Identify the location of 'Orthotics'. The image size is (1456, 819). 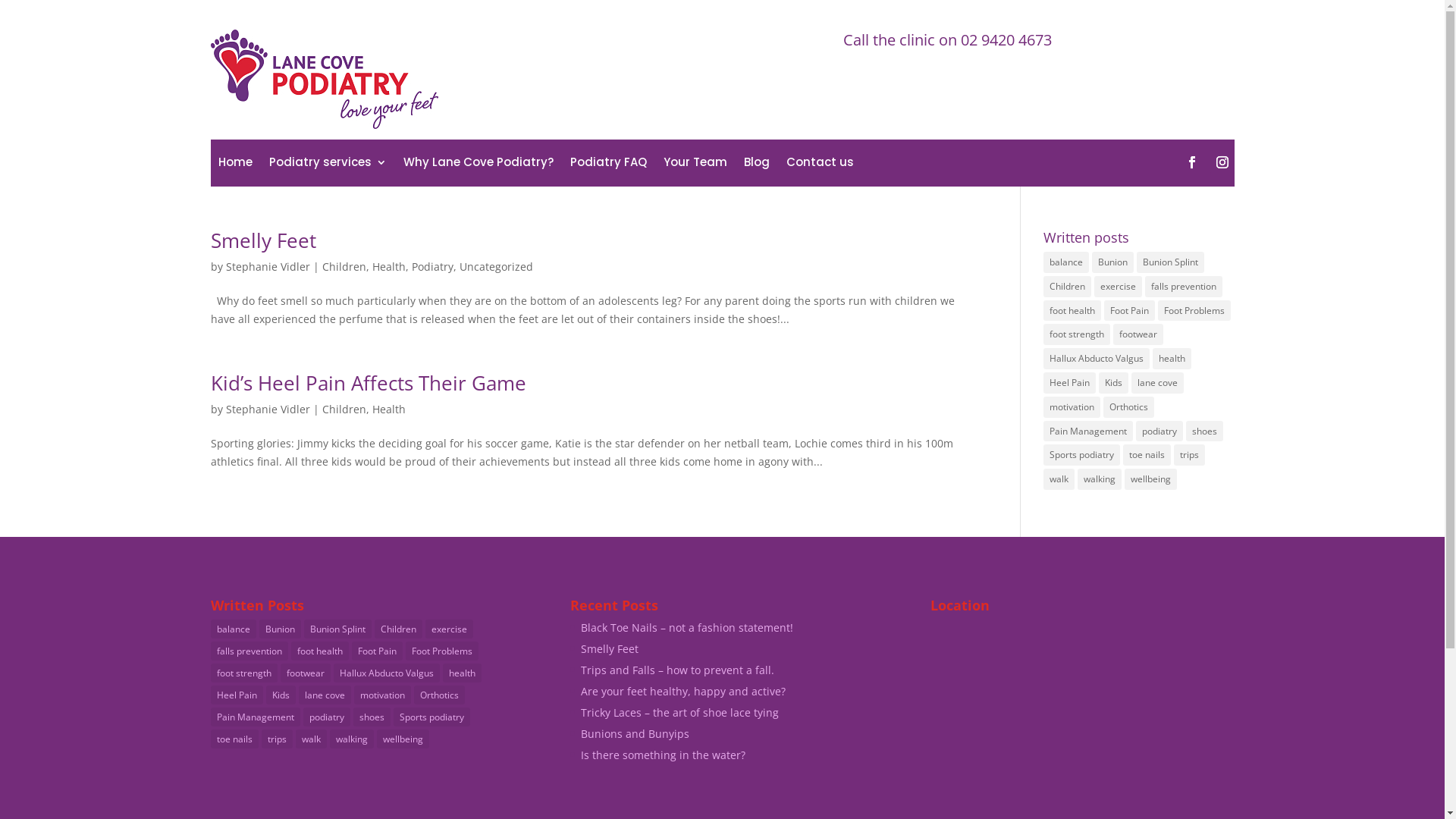
(1128, 406).